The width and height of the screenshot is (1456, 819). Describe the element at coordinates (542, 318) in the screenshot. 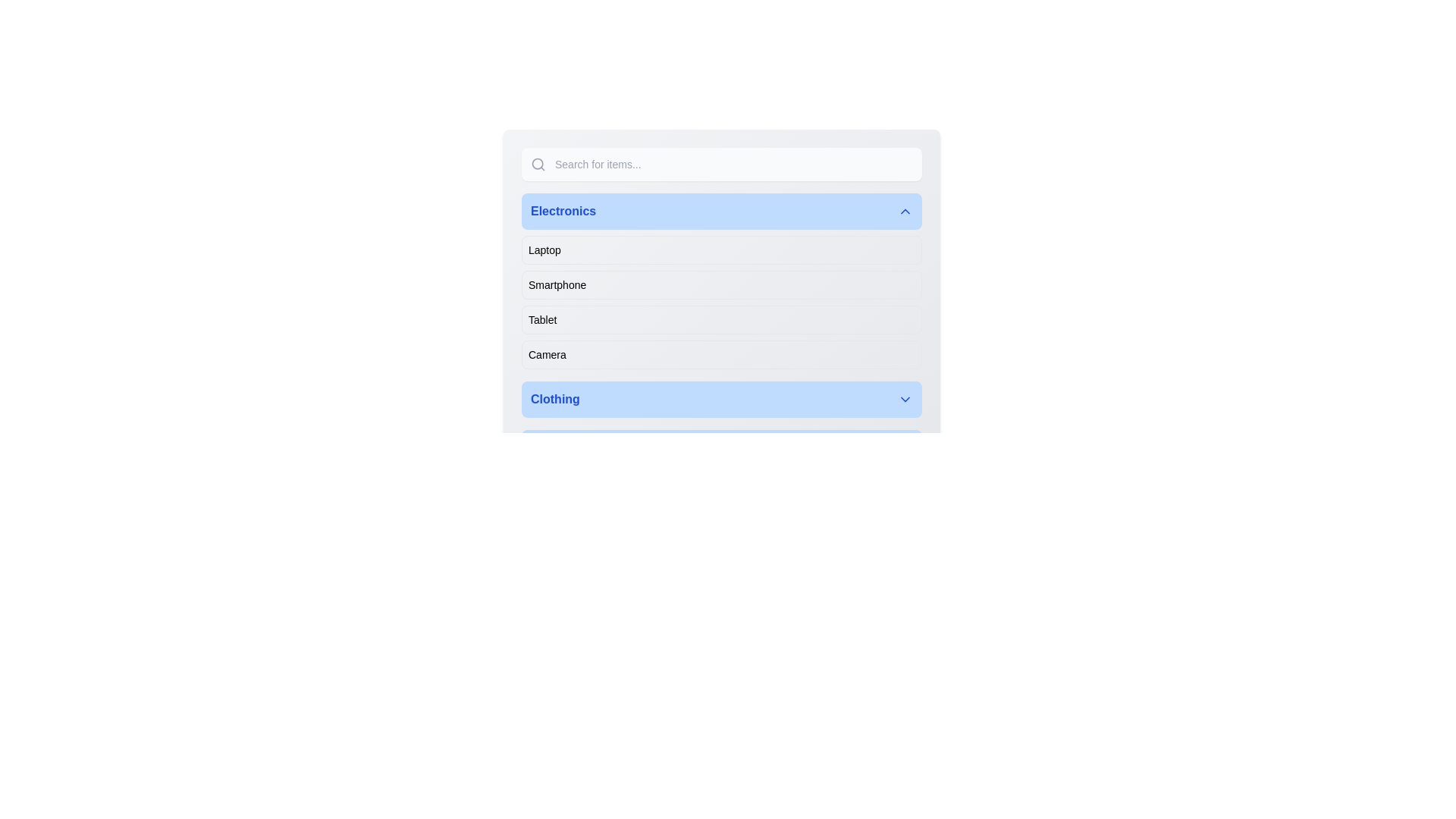

I see `the 'Tablet' text label element, which is part of the 'Electronics' section and is displayed in black sans-serif font, located between the 'Smartphone' and 'Camera' labels` at that location.